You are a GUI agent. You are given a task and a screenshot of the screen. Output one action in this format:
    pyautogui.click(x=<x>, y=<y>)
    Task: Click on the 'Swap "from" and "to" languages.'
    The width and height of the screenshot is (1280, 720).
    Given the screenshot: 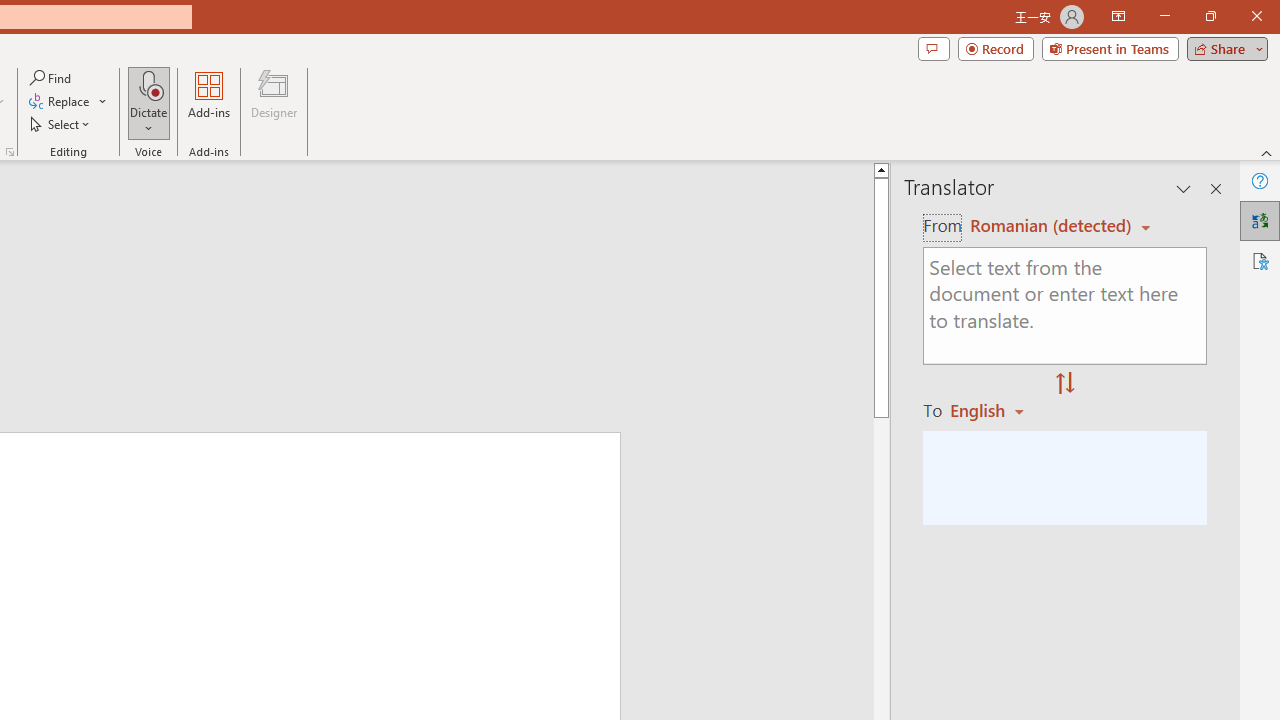 What is the action you would take?
    pyautogui.click(x=1064, y=384)
    